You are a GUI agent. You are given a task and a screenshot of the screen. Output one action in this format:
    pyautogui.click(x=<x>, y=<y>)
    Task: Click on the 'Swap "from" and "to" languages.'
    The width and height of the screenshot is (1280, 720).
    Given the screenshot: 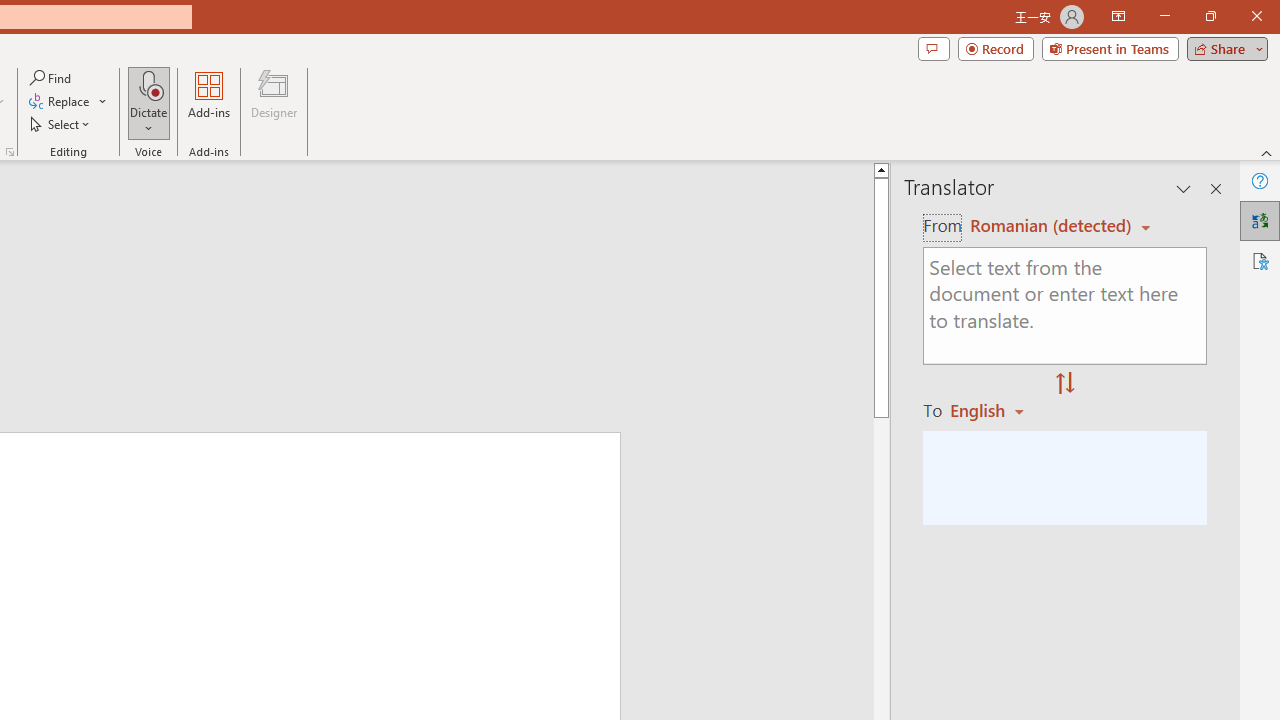 What is the action you would take?
    pyautogui.click(x=1064, y=384)
    